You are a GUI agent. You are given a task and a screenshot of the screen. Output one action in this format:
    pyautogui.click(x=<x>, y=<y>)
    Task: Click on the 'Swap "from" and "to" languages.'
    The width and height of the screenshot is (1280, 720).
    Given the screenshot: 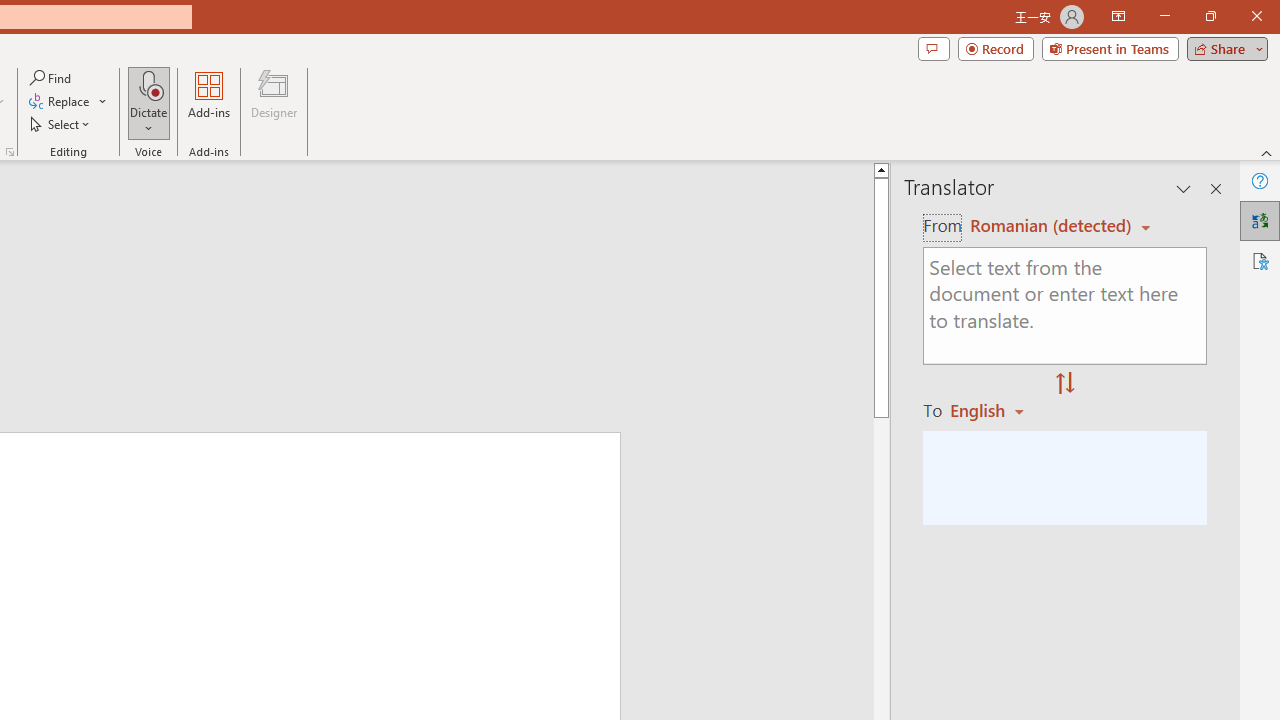 What is the action you would take?
    pyautogui.click(x=1064, y=384)
    